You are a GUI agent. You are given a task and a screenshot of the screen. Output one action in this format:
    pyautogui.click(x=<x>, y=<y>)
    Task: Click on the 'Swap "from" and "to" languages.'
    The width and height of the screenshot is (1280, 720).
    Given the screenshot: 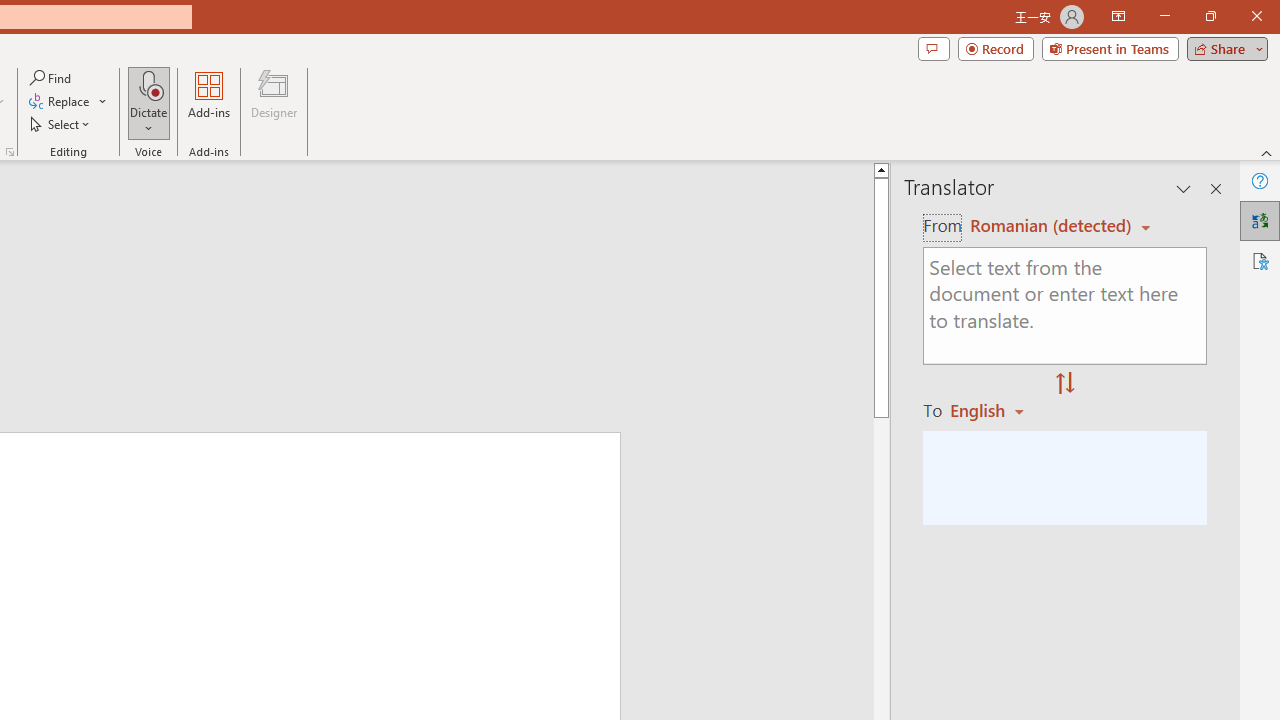 What is the action you would take?
    pyautogui.click(x=1064, y=384)
    